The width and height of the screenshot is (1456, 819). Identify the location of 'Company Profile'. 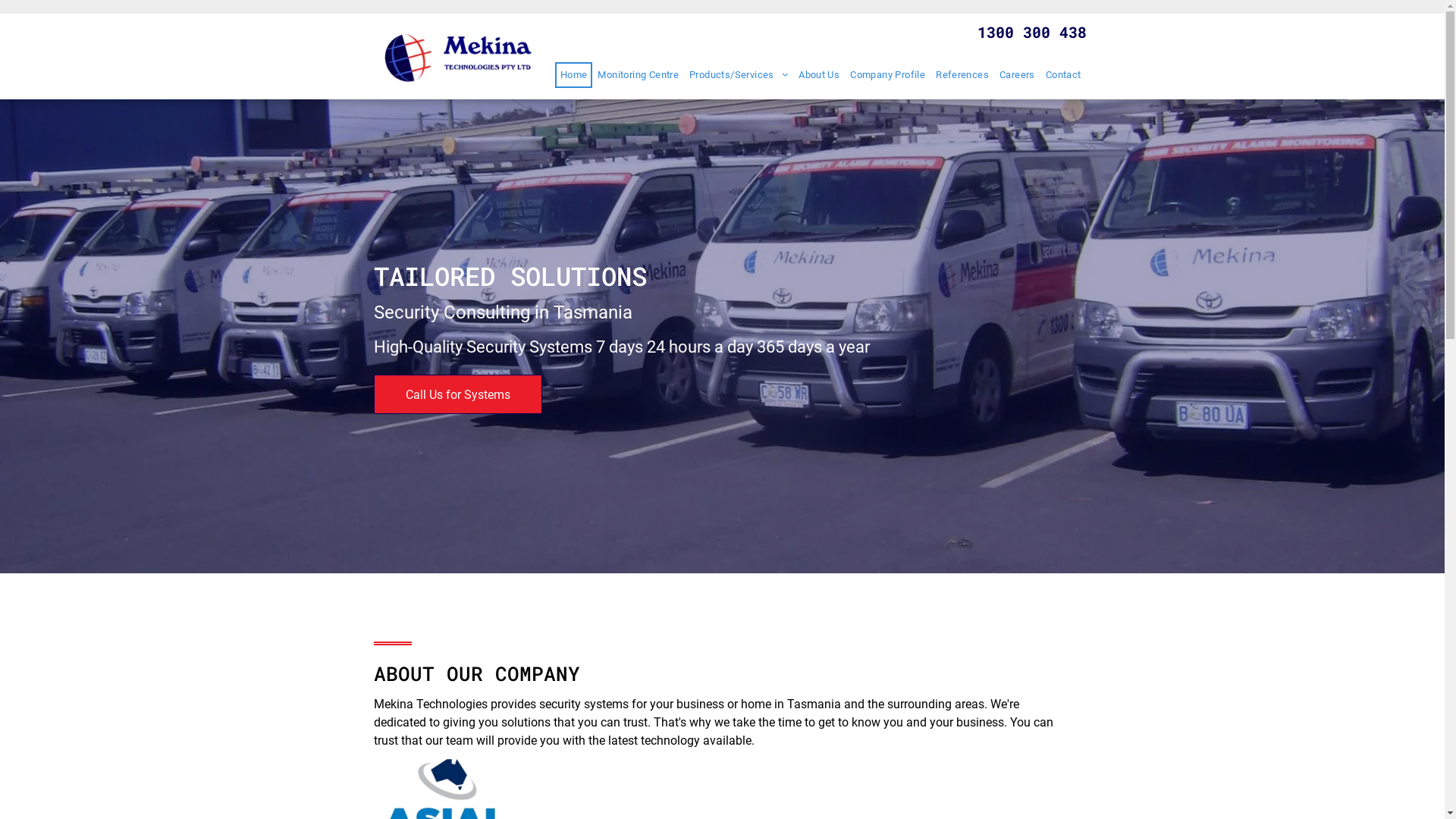
(843, 75).